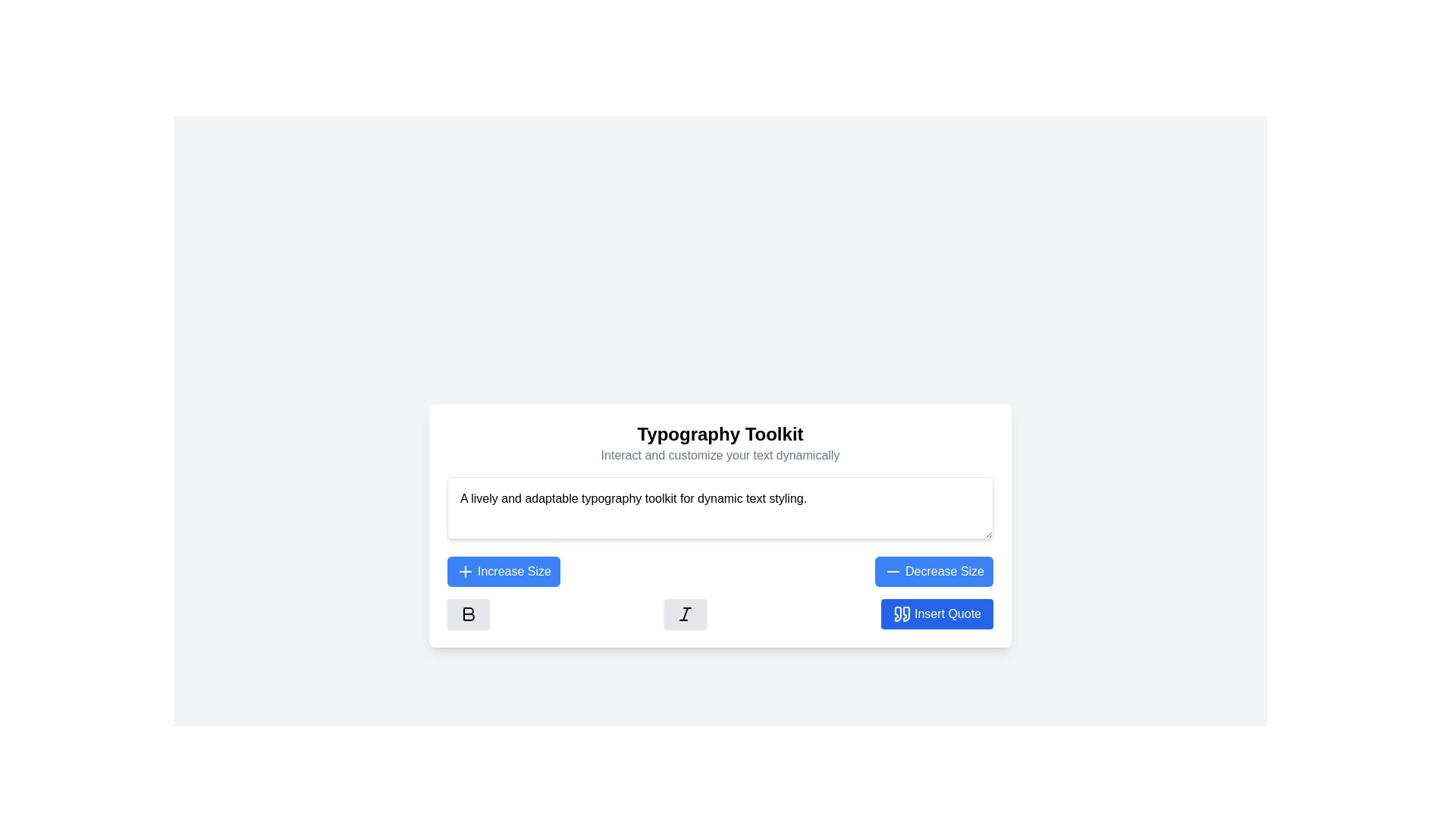  I want to click on the leftmost bold button with a gray background and a bold uppercase 'B' icon, so click(468, 613).